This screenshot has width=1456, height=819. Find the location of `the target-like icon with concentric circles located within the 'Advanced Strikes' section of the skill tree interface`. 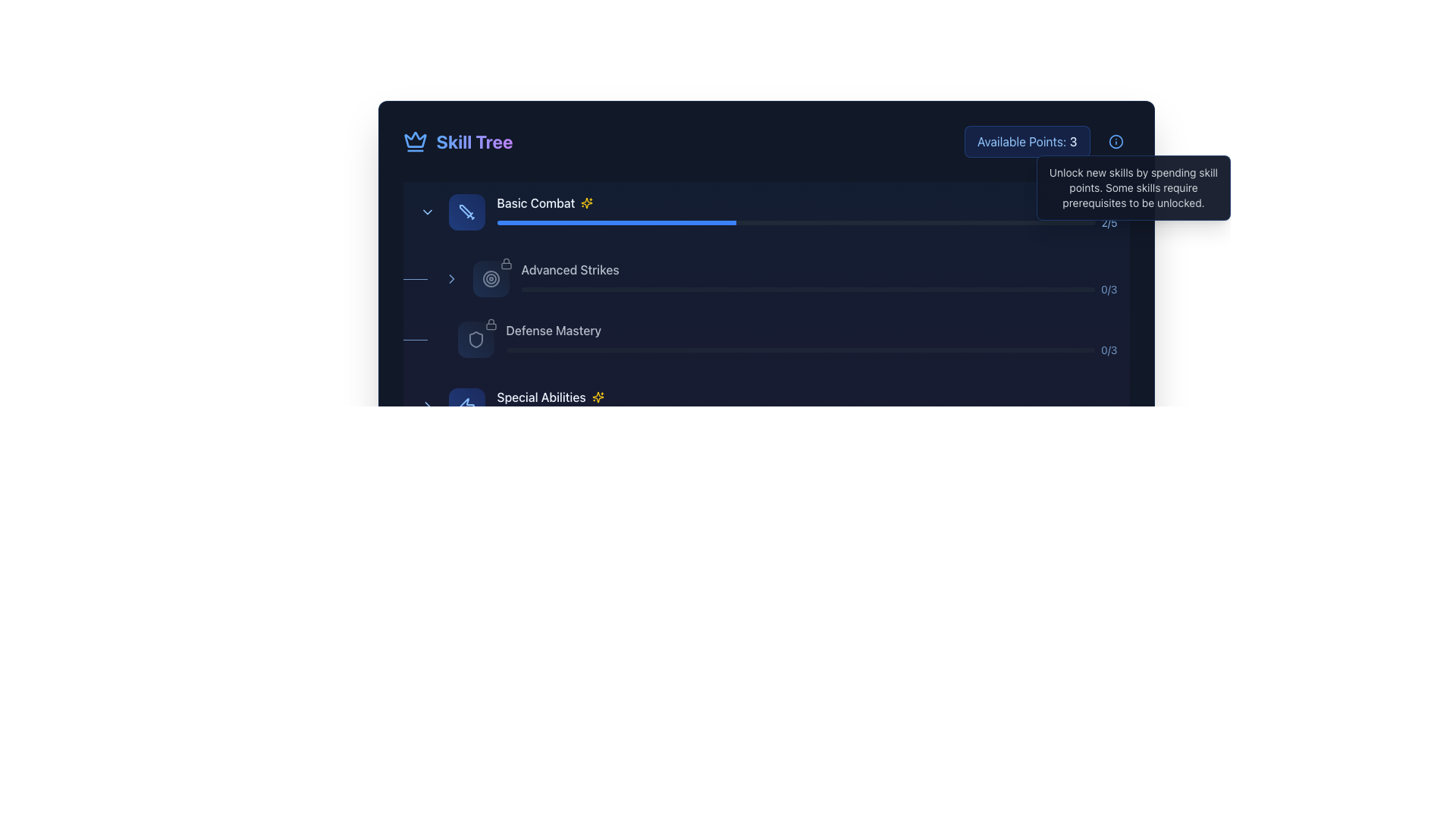

the target-like icon with concentric circles located within the 'Advanced Strikes' section of the skill tree interface is located at coordinates (491, 278).